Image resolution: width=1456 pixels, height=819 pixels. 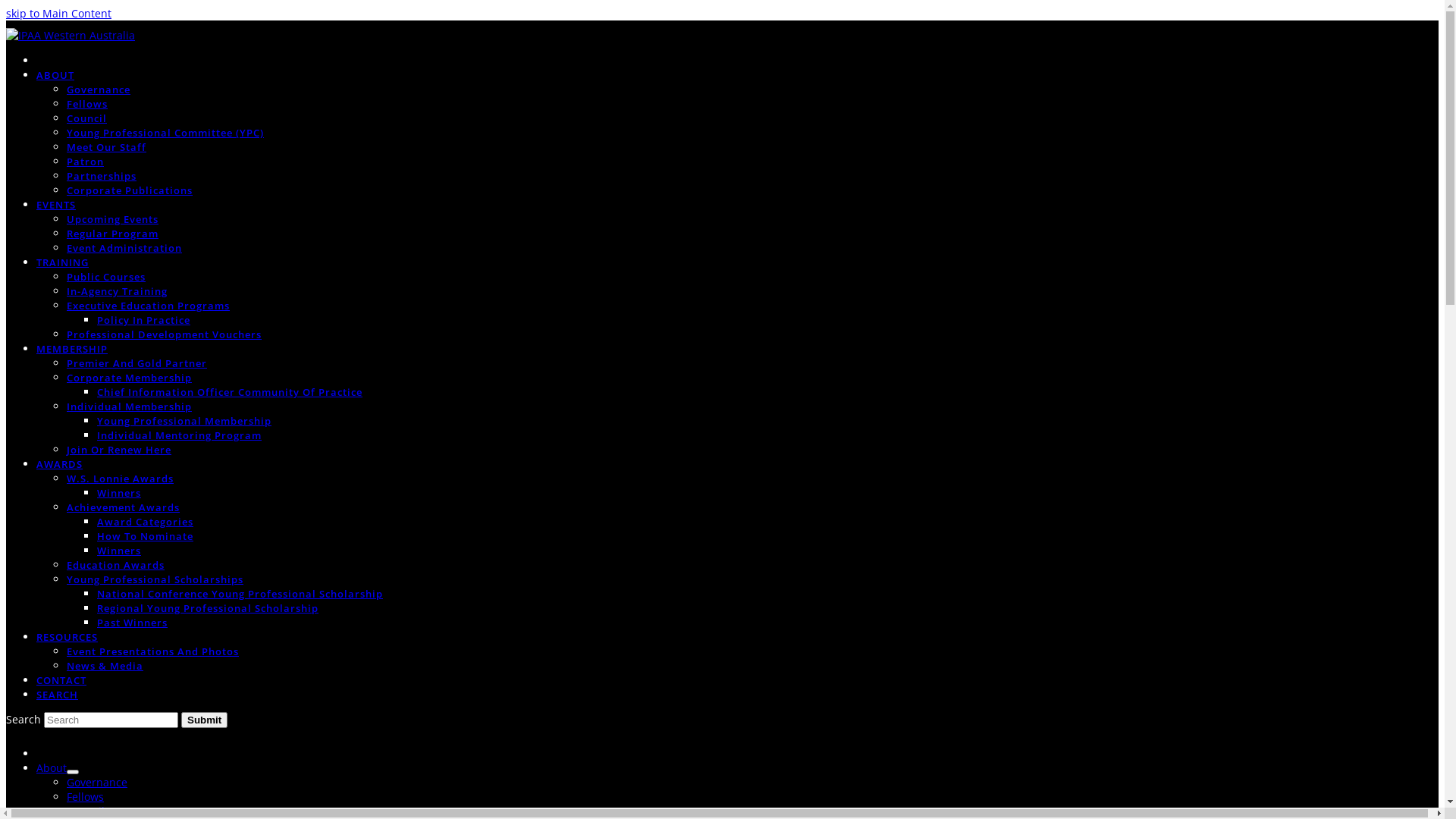 I want to click on 'In-Agency Training', so click(x=116, y=290).